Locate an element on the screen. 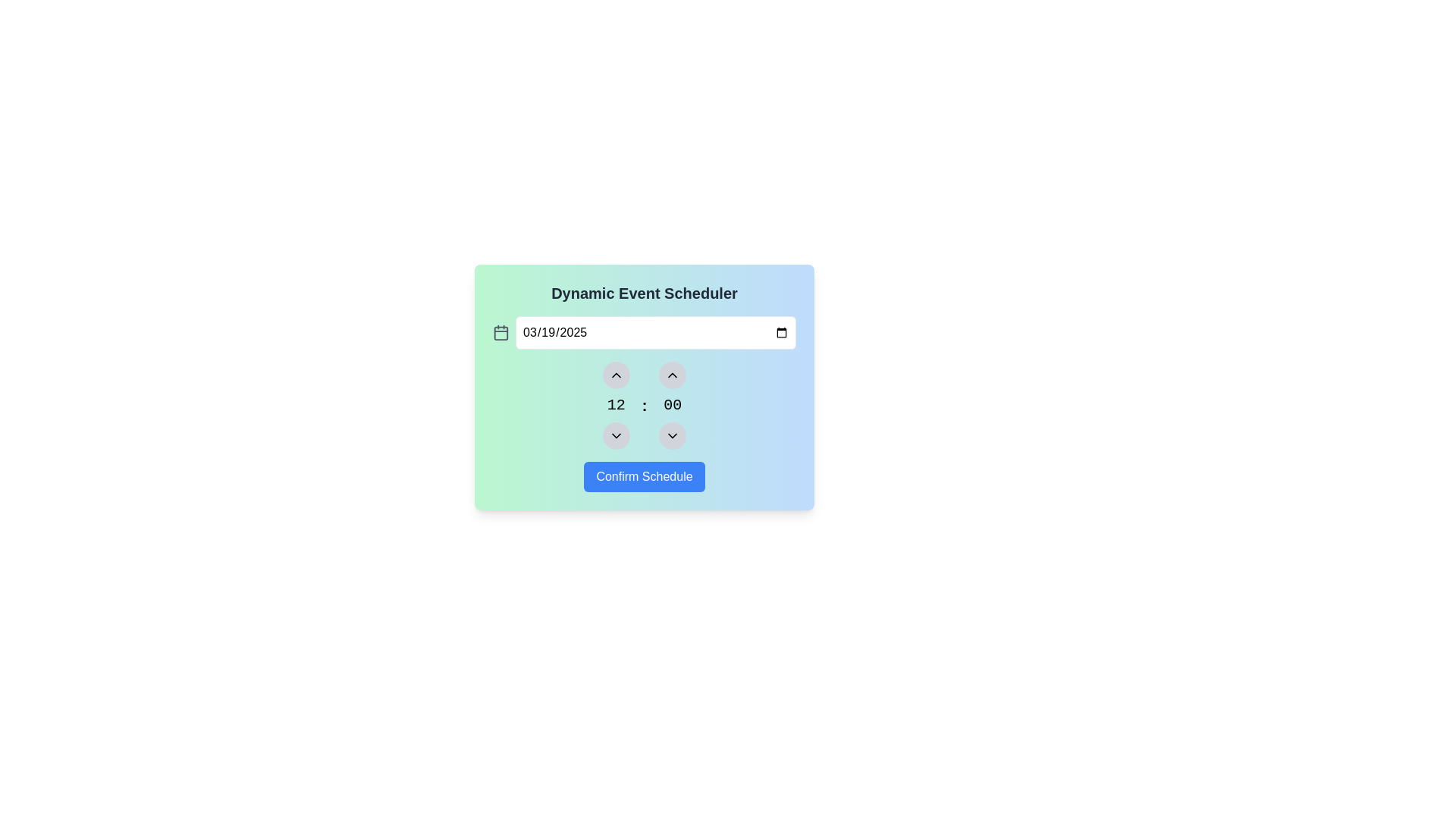 The height and width of the screenshot is (819, 1456). the calendar icon located to the far left of the adjacent date input field, which serves to visually indicate the date selection functionality is located at coordinates (501, 332).